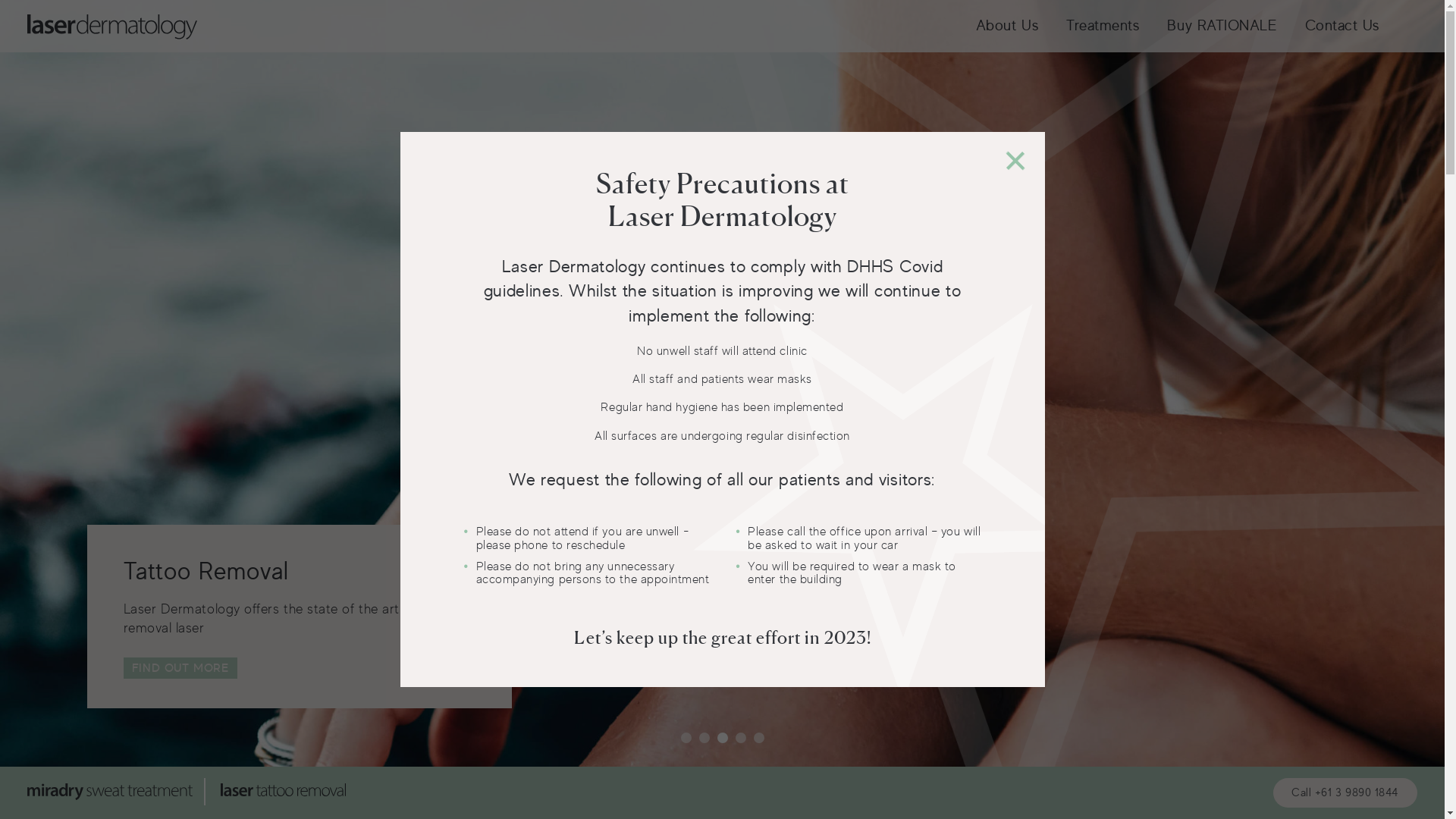 The image size is (1456, 819). What do you see at coordinates (992, 160) in the screenshot?
I see `'+'` at bounding box center [992, 160].